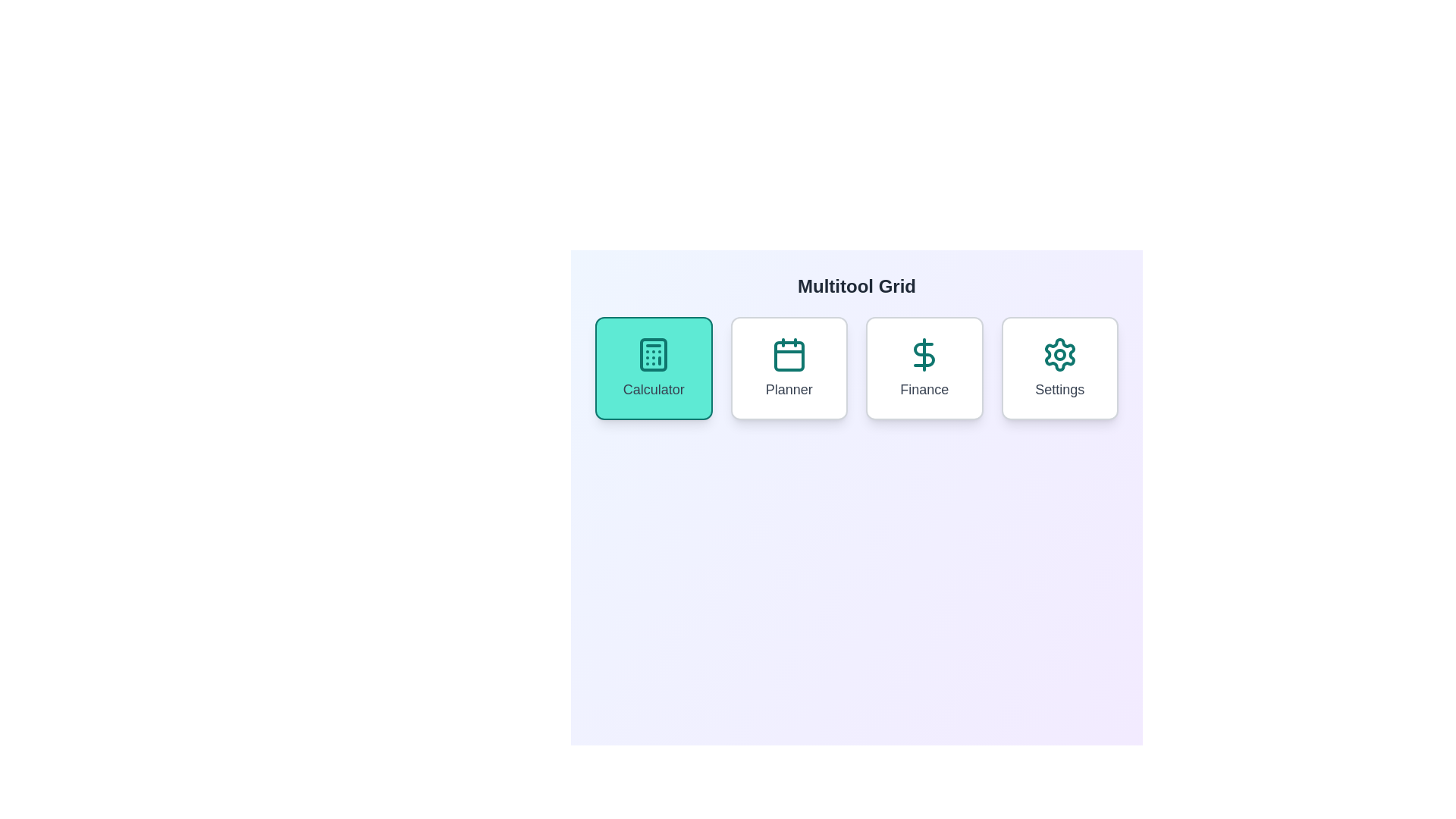 The height and width of the screenshot is (819, 1456). What do you see at coordinates (1059, 354) in the screenshot?
I see `the gear icon associated with the settings options, which is teal in color and located above the text 'Settings'` at bounding box center [1059, 354].